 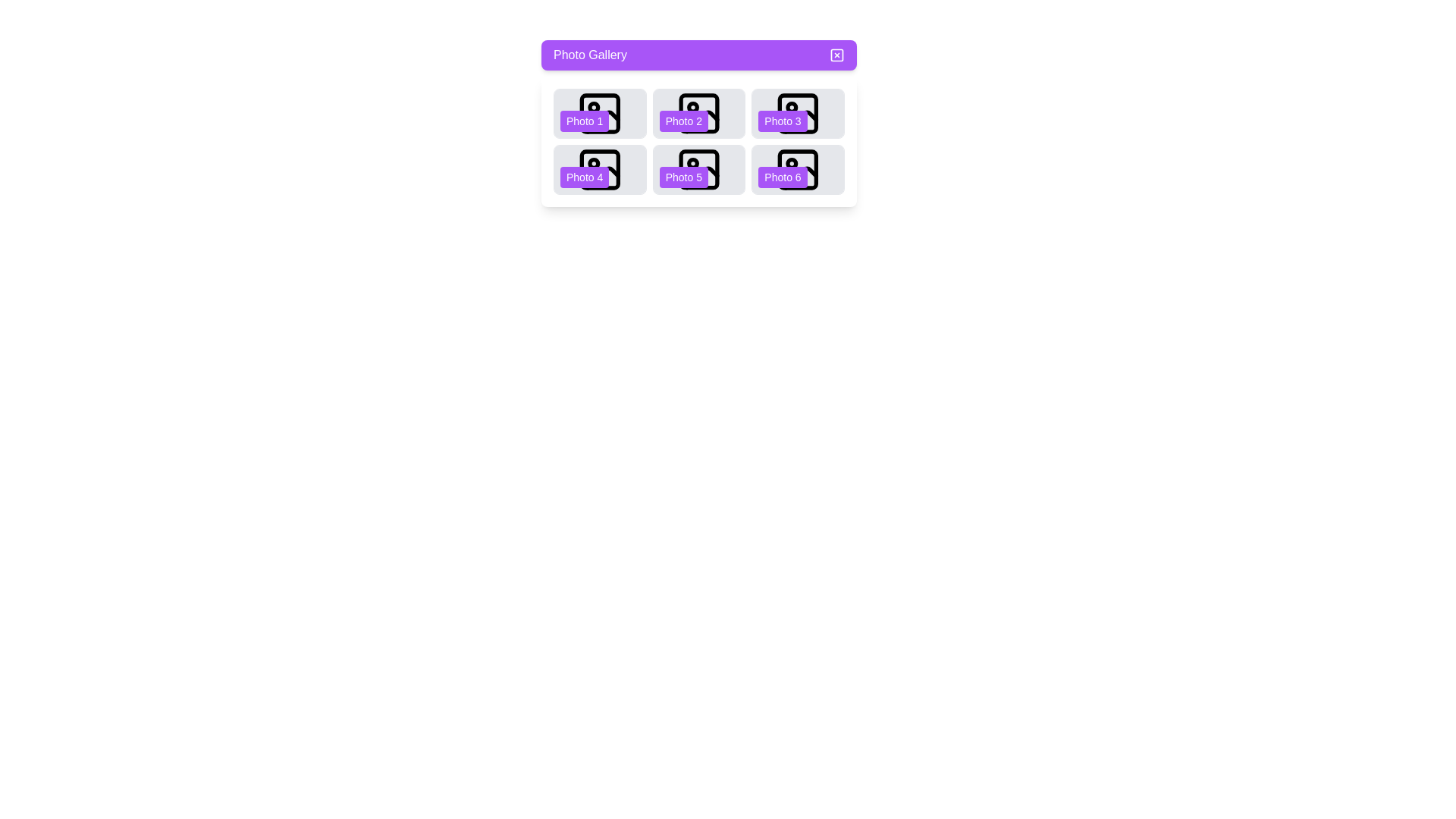 What do you see at coordinates (698, 113) in the screenshot?
I see `the photo labeled with the number 2` at bounding box center [698, 113].